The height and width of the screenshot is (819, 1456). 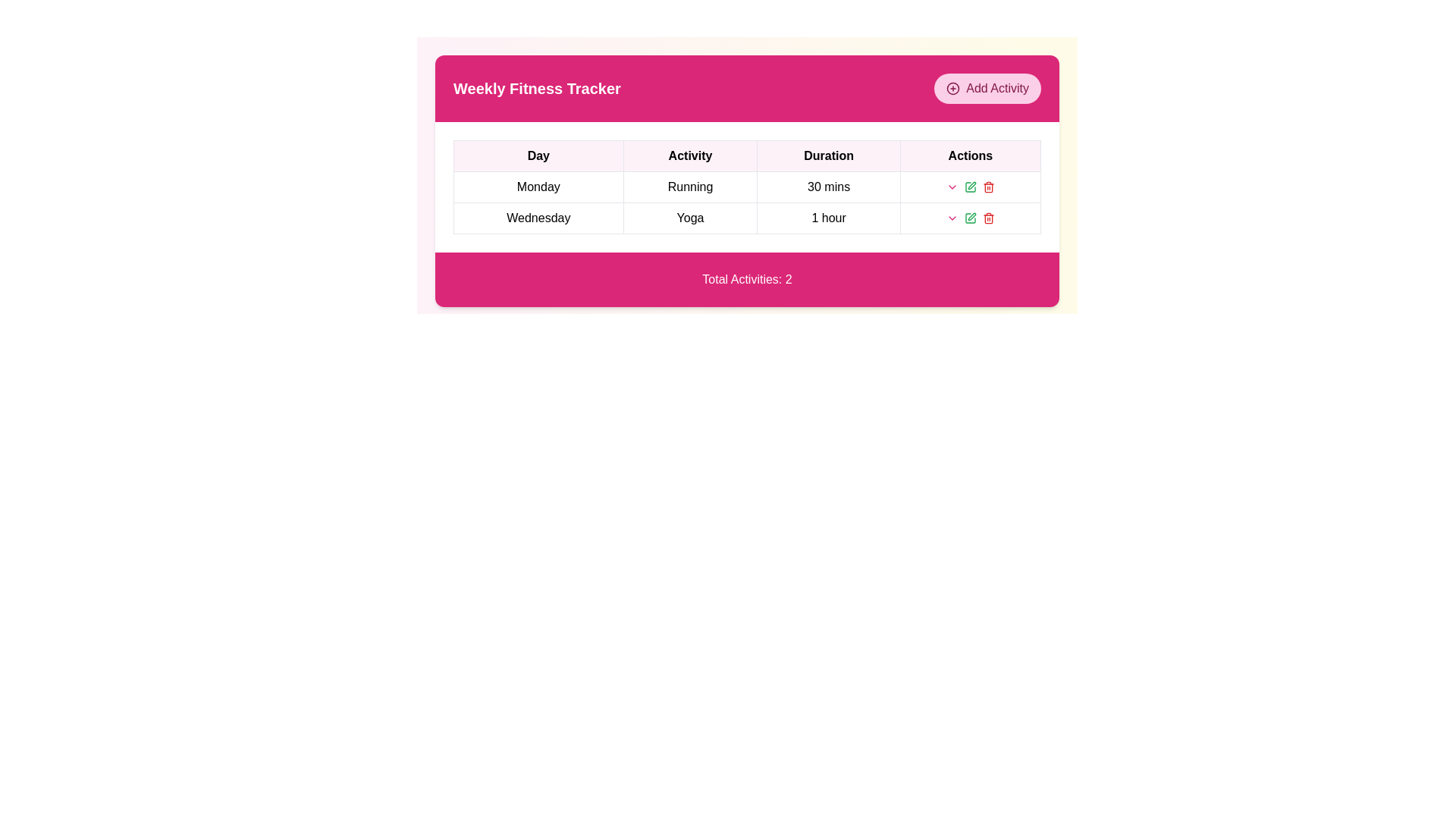 What do you see at coordinates (828, 186) in the screenshot?
I see `the text label displaying '30 mins' in the 'Duration' column of the first row of the table for 'Monday' and 'Running'` at bounding box center [828, 186].